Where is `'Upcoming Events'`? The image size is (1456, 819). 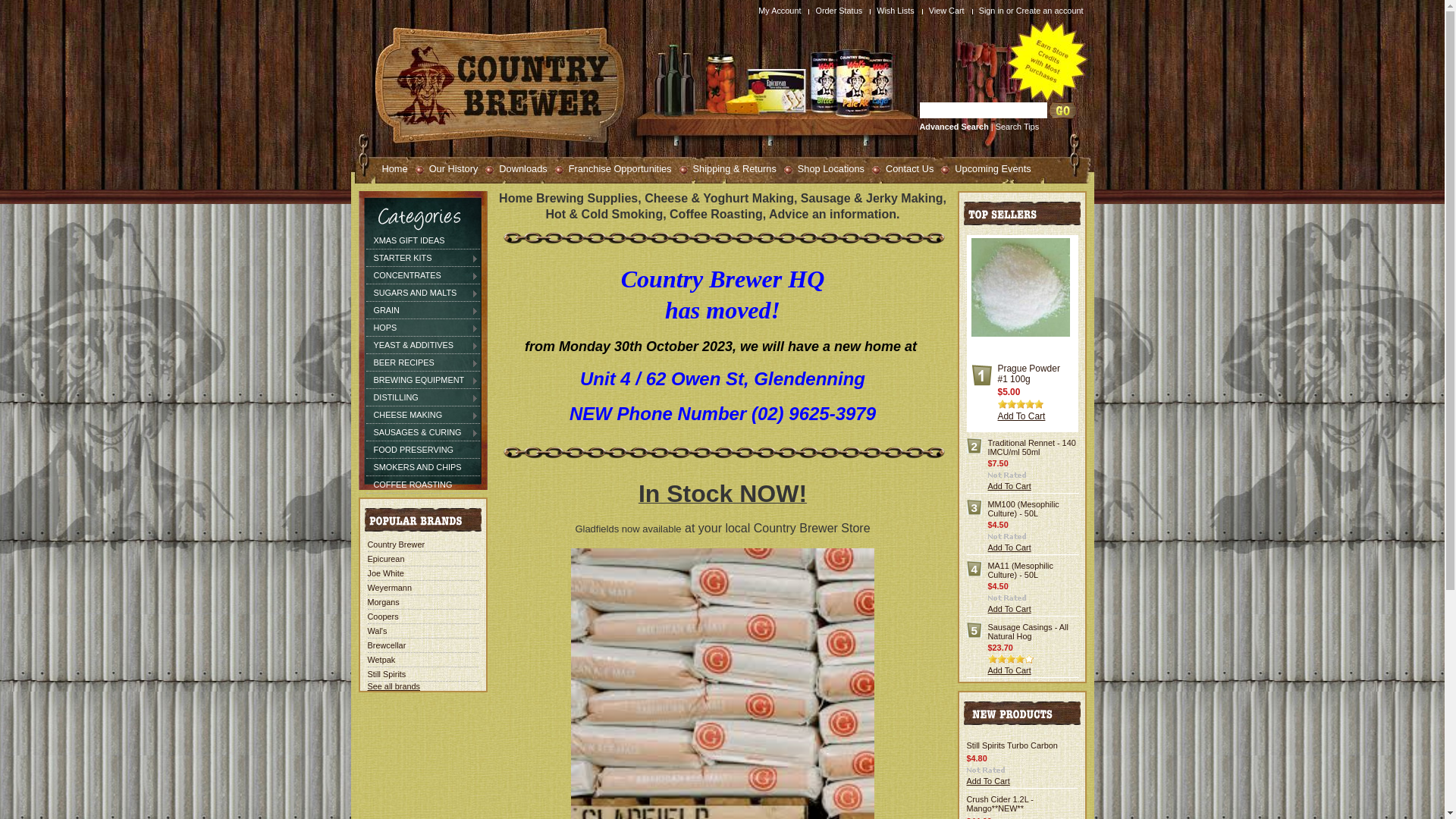 'Upcoming Events' is located at coordinates (986, 168).